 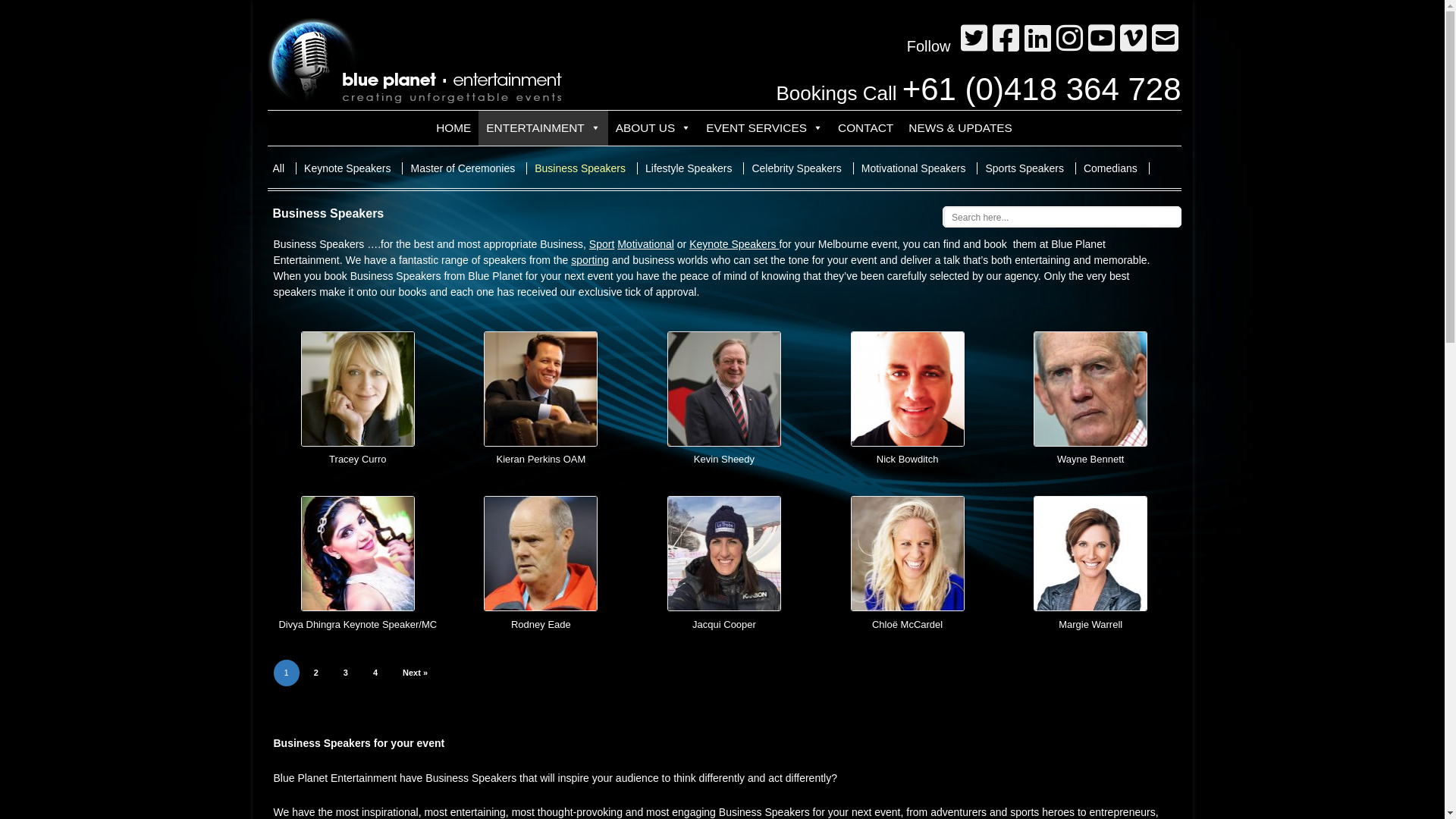 I want to click on 'Motivational Speakers', so click(x=919, y=168).